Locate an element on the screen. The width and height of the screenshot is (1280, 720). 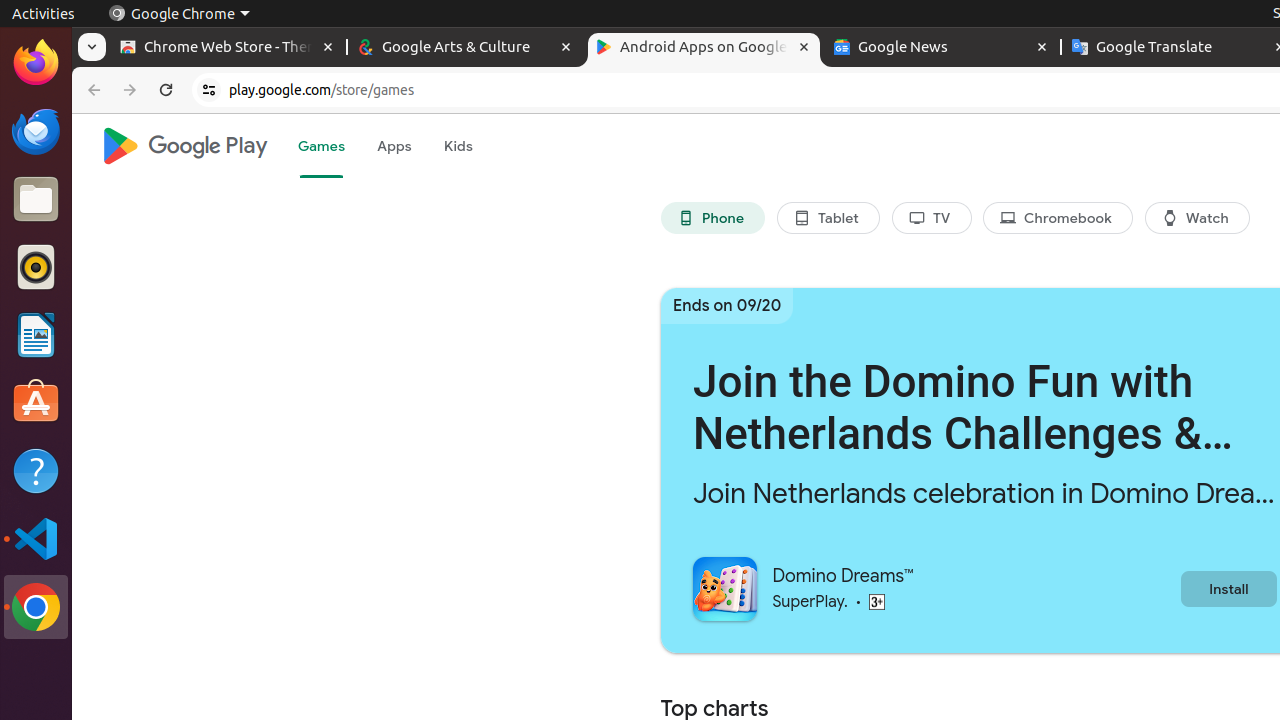
'Chromebook' is located at coordinates (1057, 218).